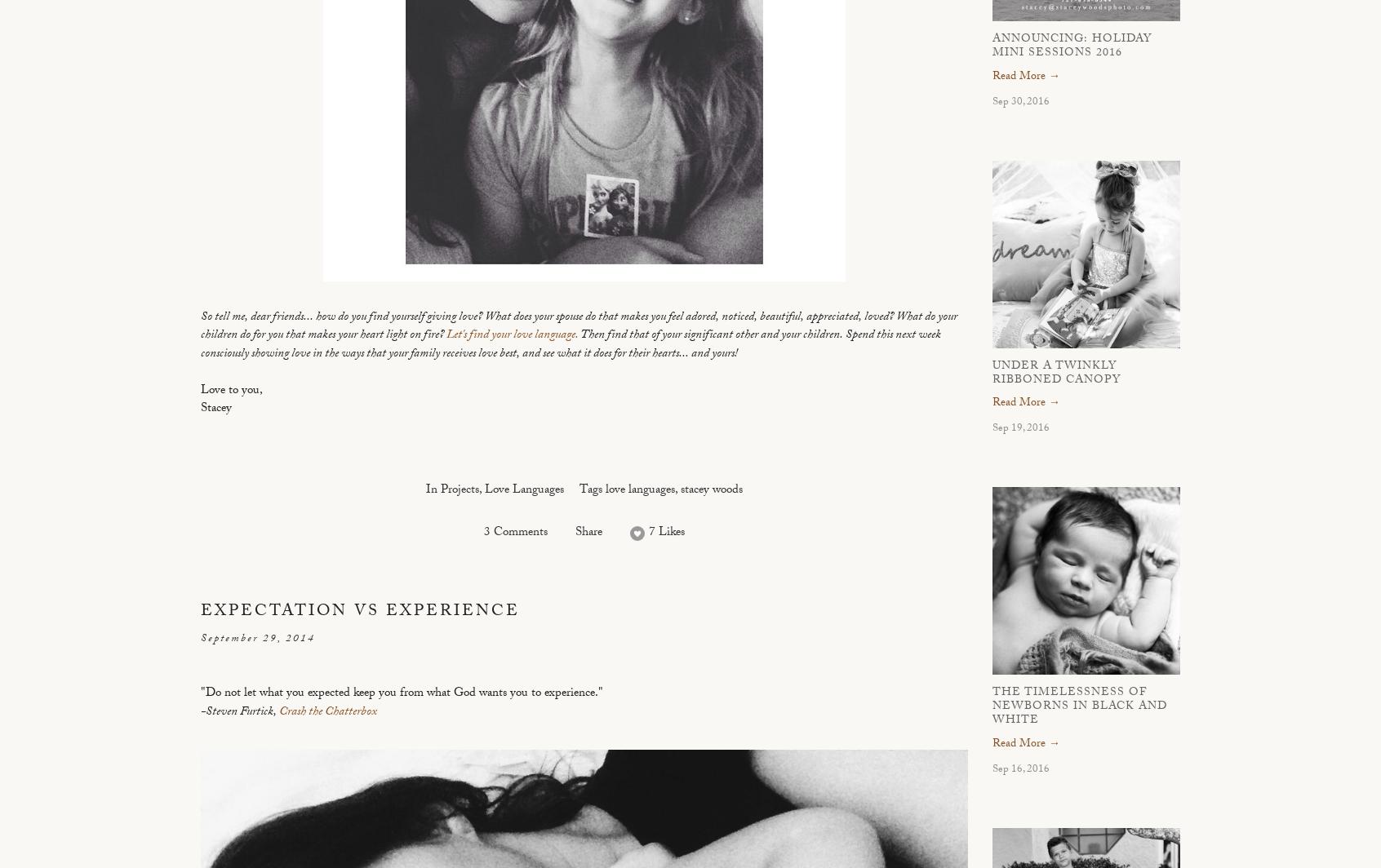 The width and height of the screenshot is (1381, 868). Describe the element at coordinates (201, 612) in the screenshot. I see `'Expectation vs Experience'` at that location.